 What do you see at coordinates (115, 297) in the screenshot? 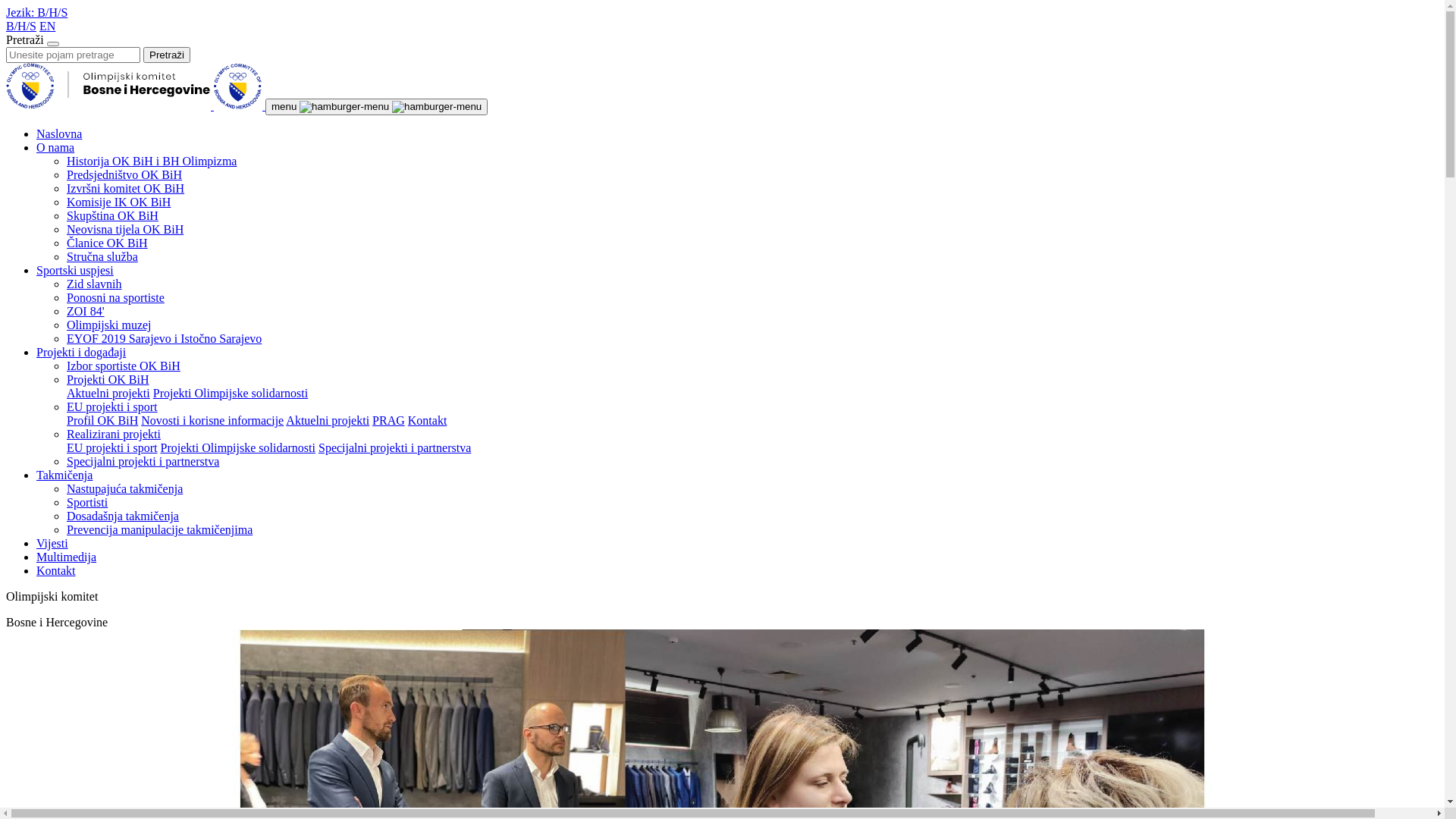
I see `'Ponosni na sportiste'` at bounding box center [115, 297].